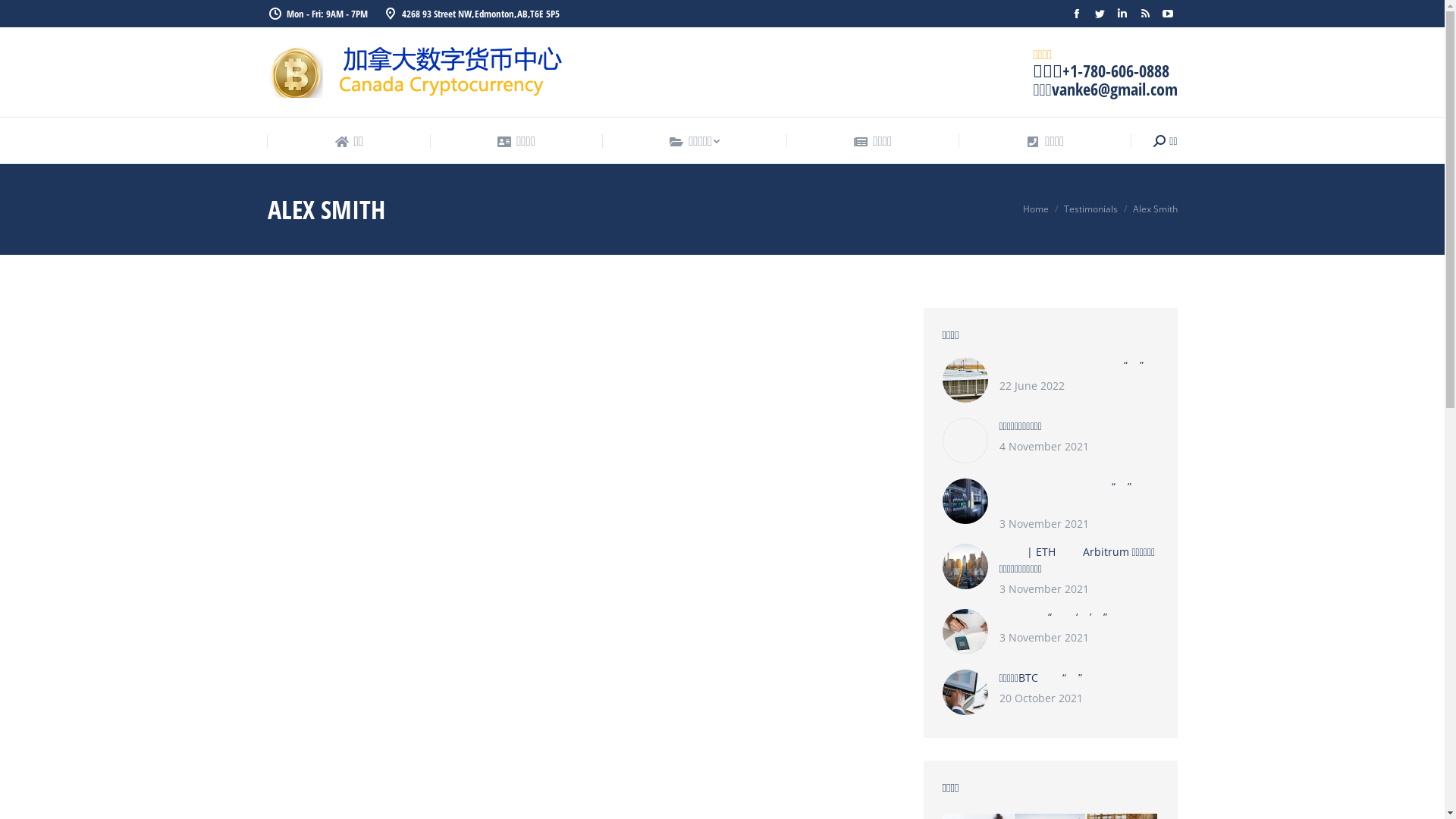 Image resolution: width=1456 pixels, height=819 pixels. I want to click on 'Linkedin page opens in new window', so click(1121, 14).